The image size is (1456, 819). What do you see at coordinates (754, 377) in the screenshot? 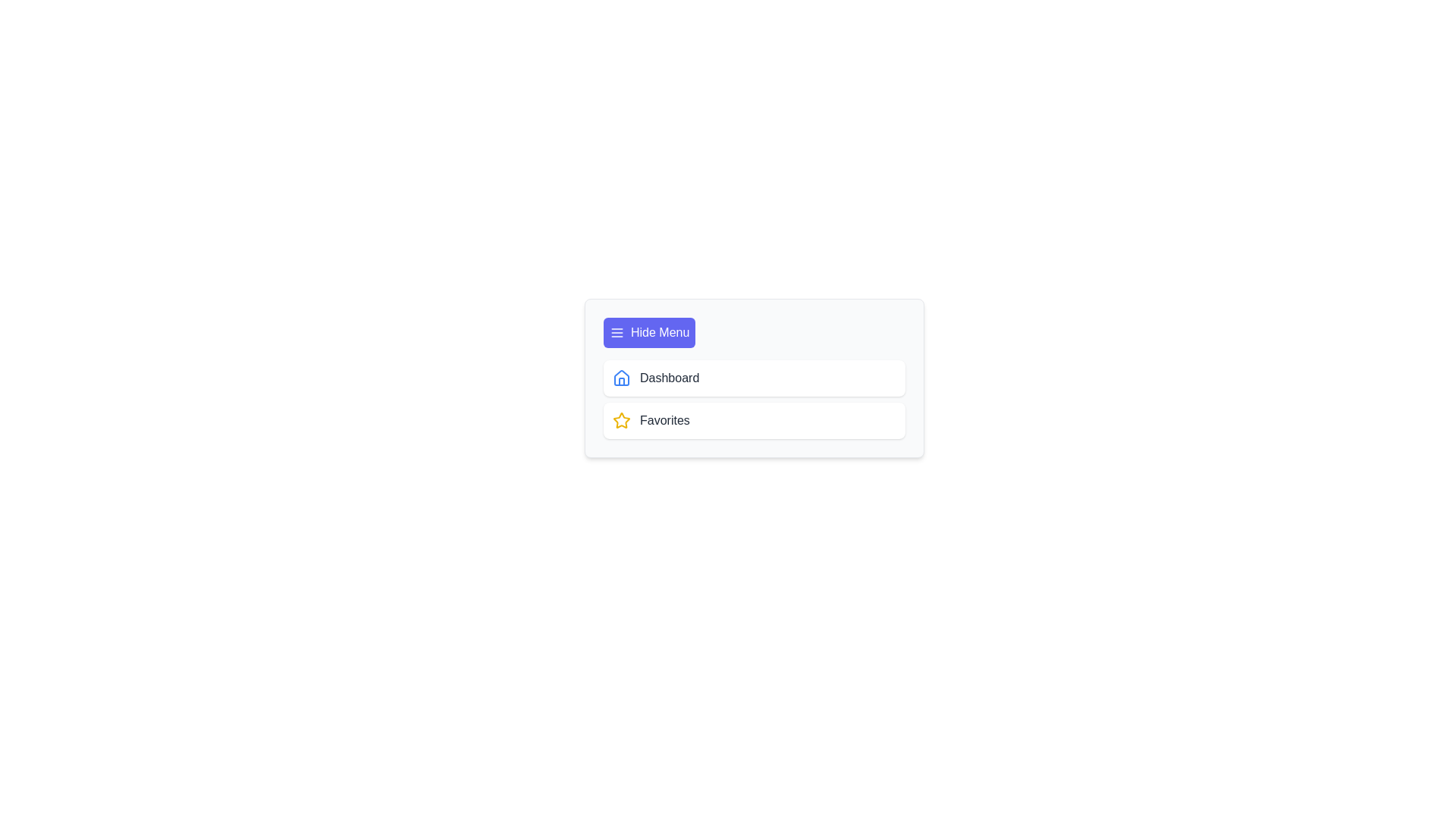
I see `the list item Dashboard to observe the hover effect` at bounding box center [754, 377].